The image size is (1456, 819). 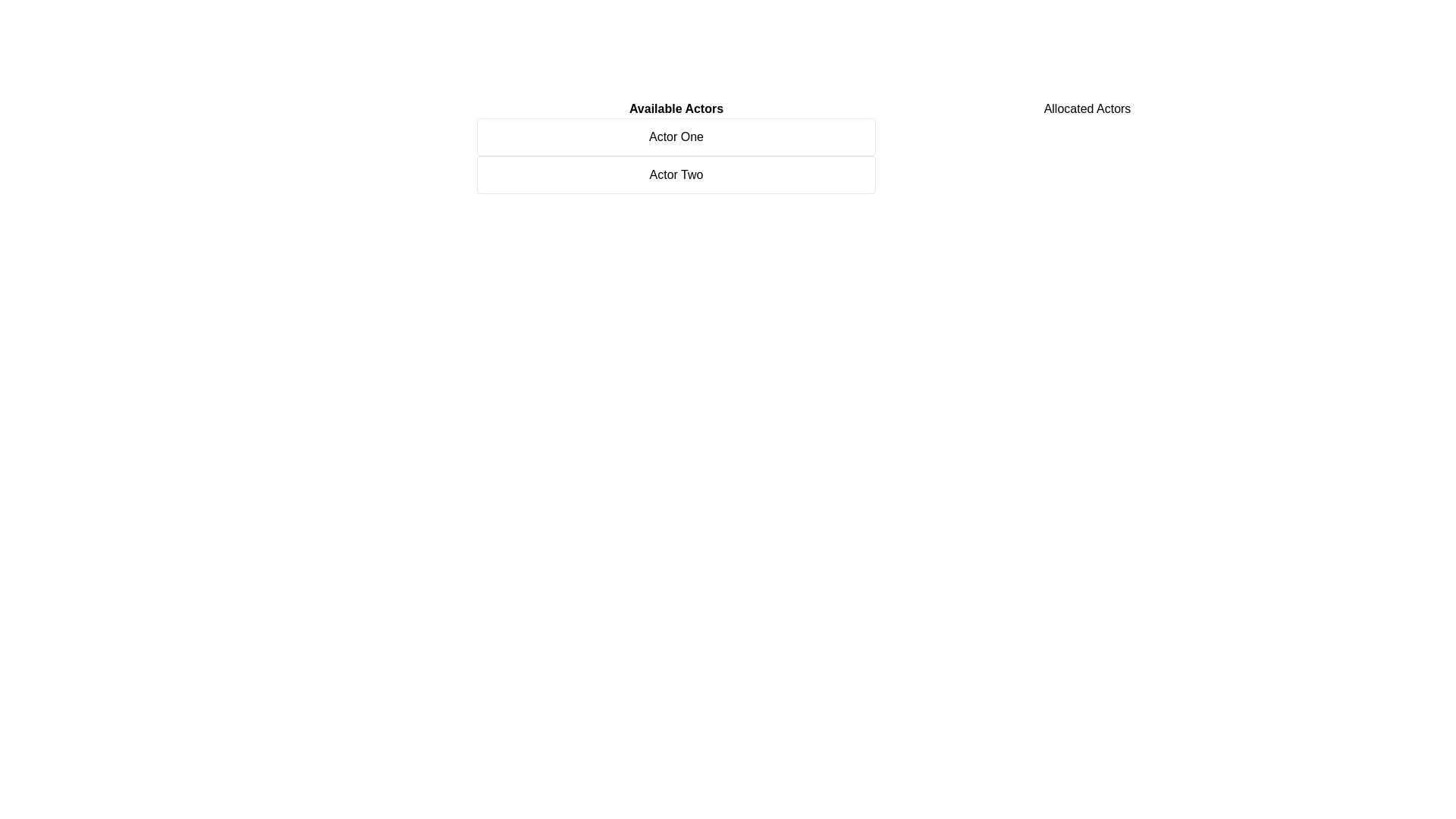 I want to click on the actor Actor One under 'Available Actors' to select them, so click(x=676, y=137).